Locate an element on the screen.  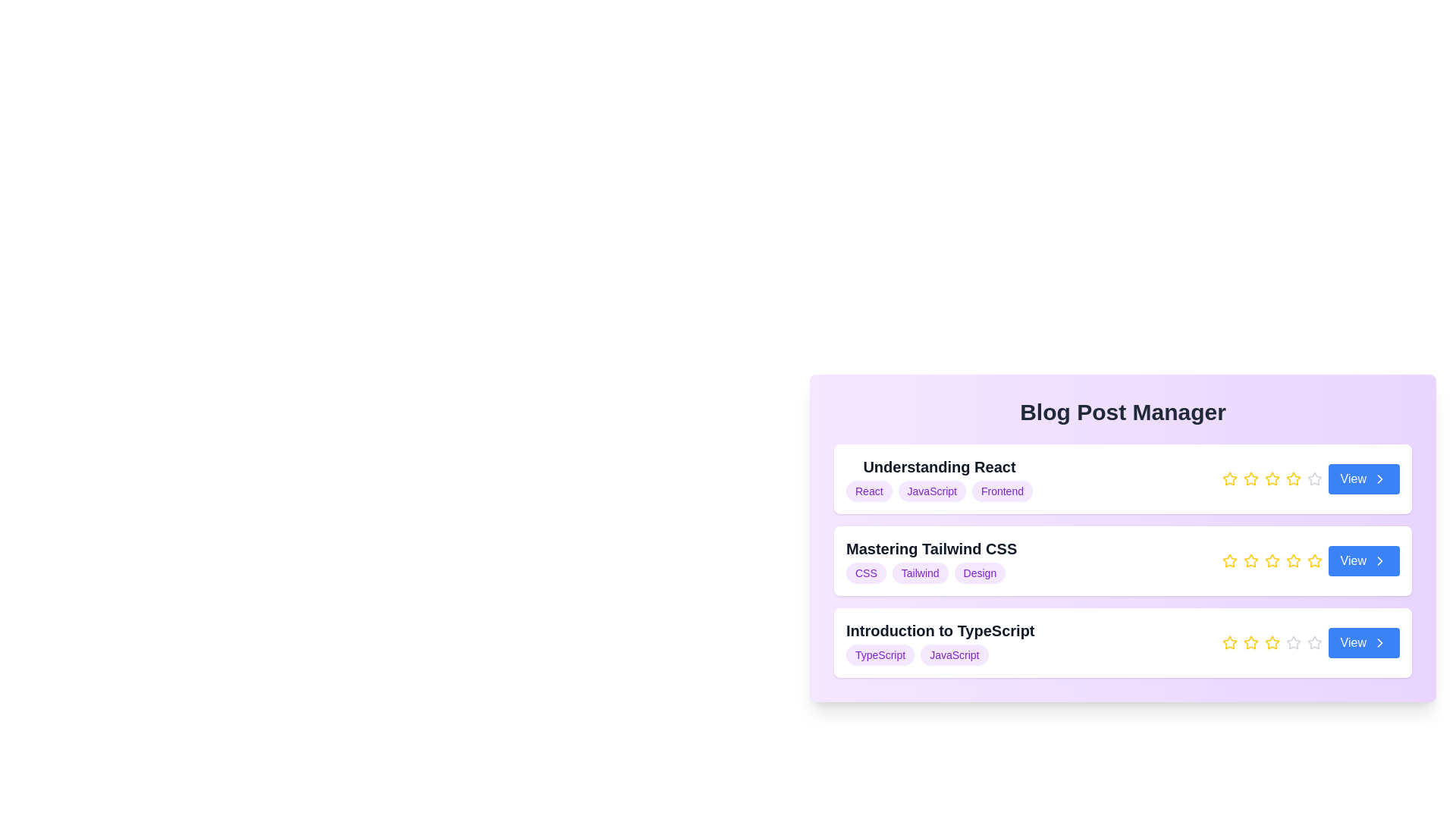
the 'Design' label, which is the third label in a row of three labels ('CSS', 'Tailwind', 'Design') below the title 'Mastering Tailwind CSS' is located at coordinates (980, 573).